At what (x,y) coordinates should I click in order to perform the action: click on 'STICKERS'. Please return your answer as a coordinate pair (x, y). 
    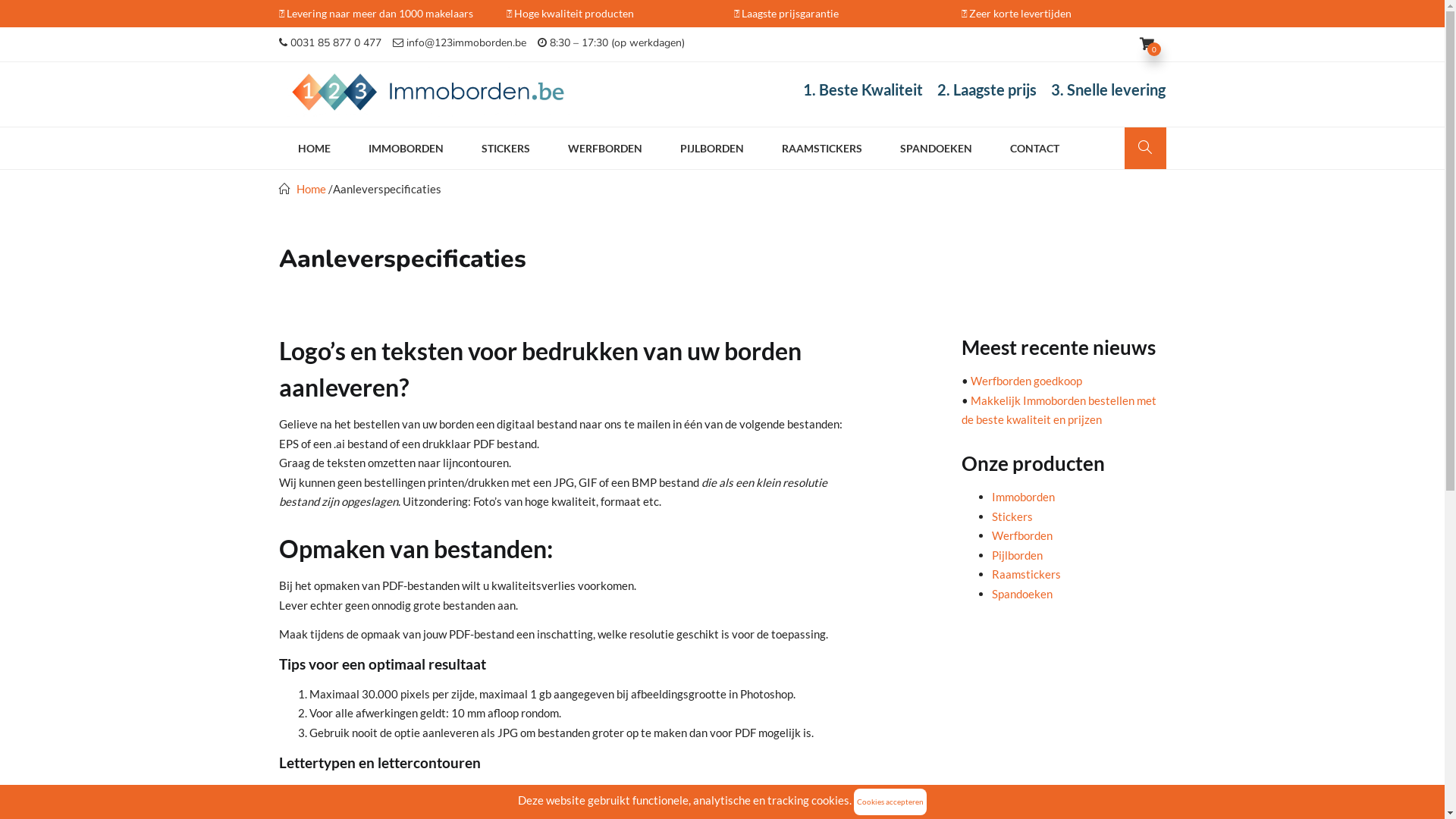
    Looking at the image, I should click on (506, 148).